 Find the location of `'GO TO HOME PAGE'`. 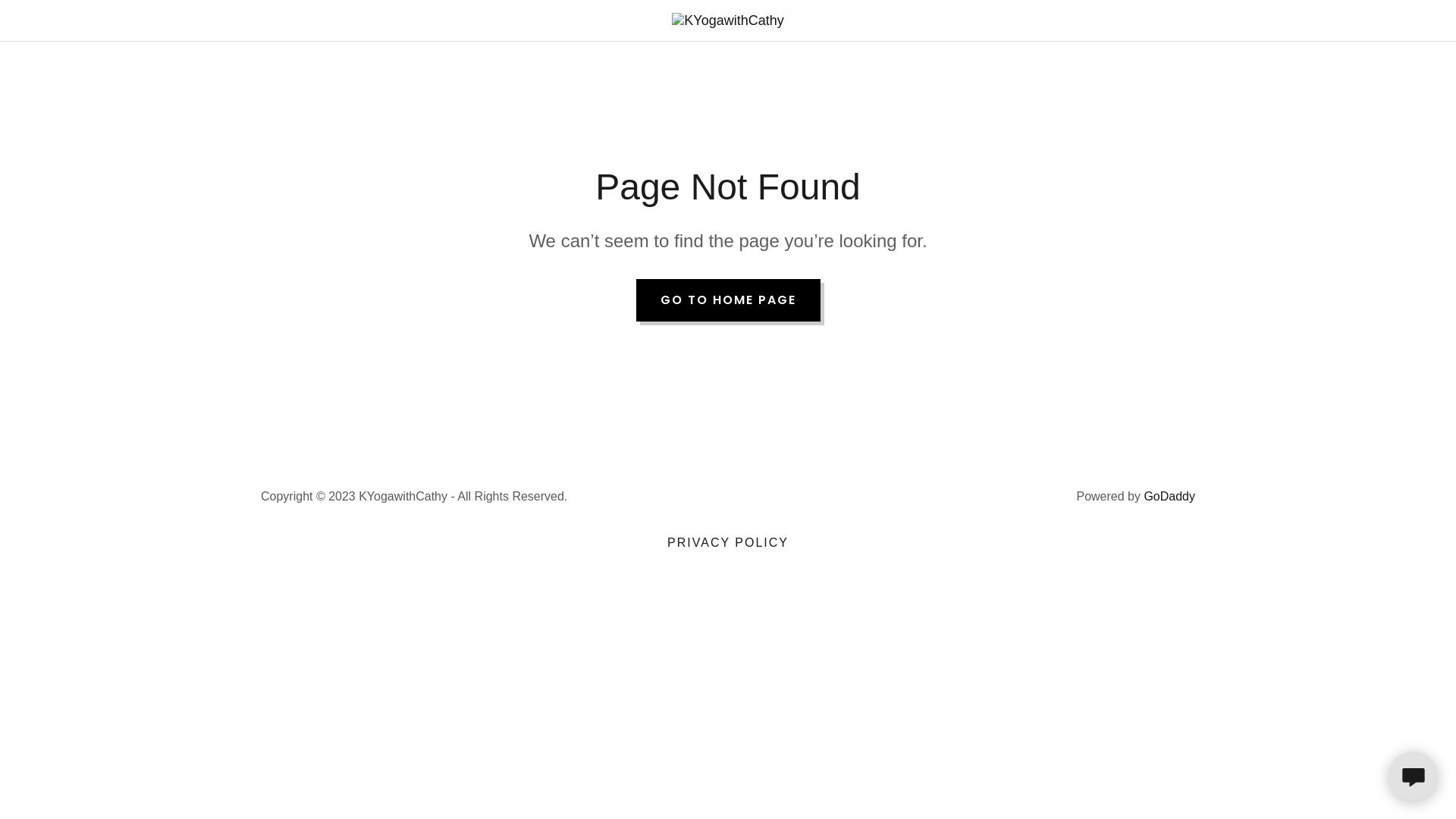

'GO TO HOME PAGE' is located at coordinates (635, 300).